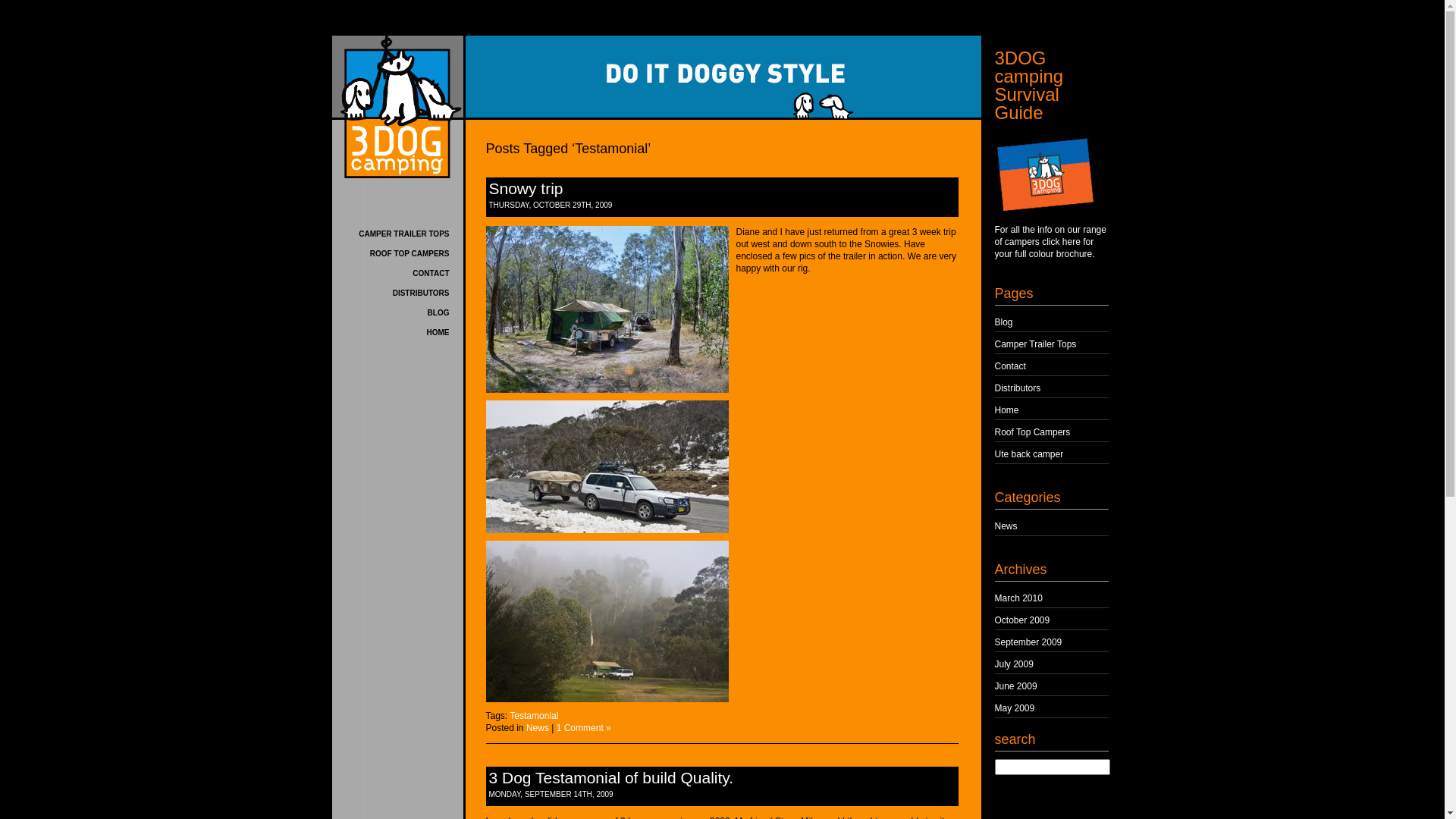 The height and width of the screenshot is (819, 1456). Describe the element at coordinates (610, 777) in the screenshot. I see `'3 Dog Testamonial of build Quality.'` at that location.